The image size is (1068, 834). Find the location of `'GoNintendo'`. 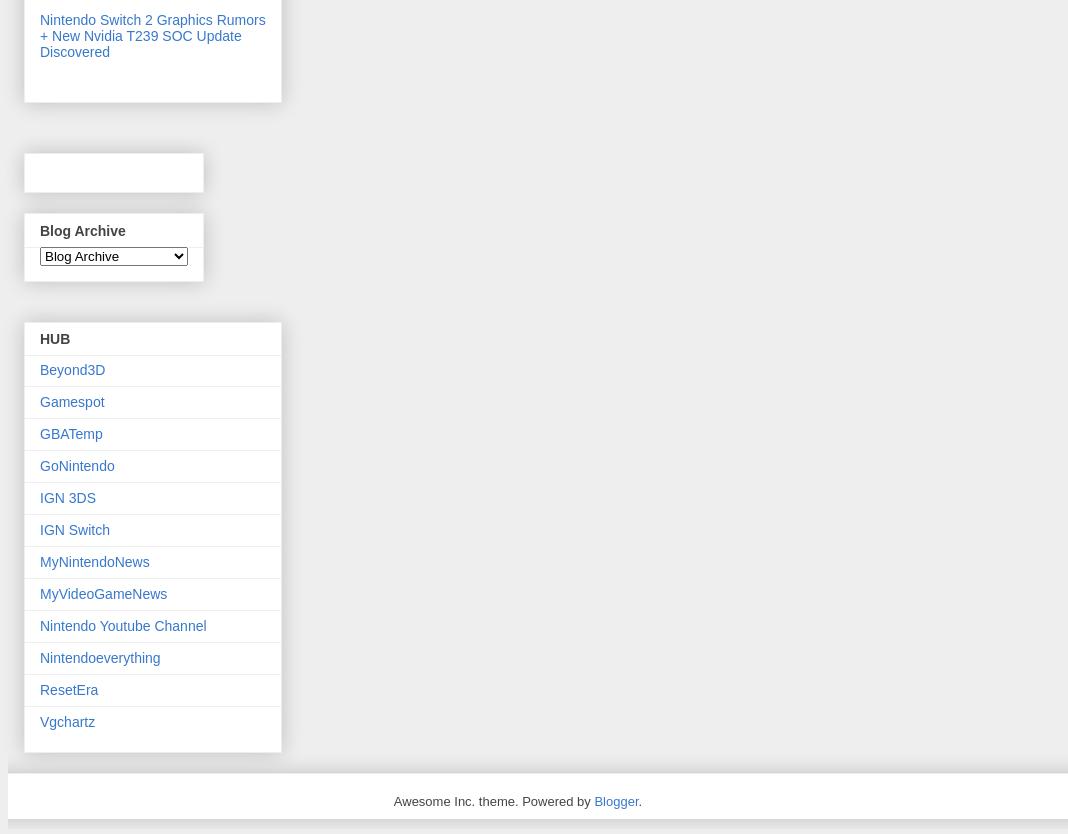

'GoNintendo' is located at coordinates (76, 465).